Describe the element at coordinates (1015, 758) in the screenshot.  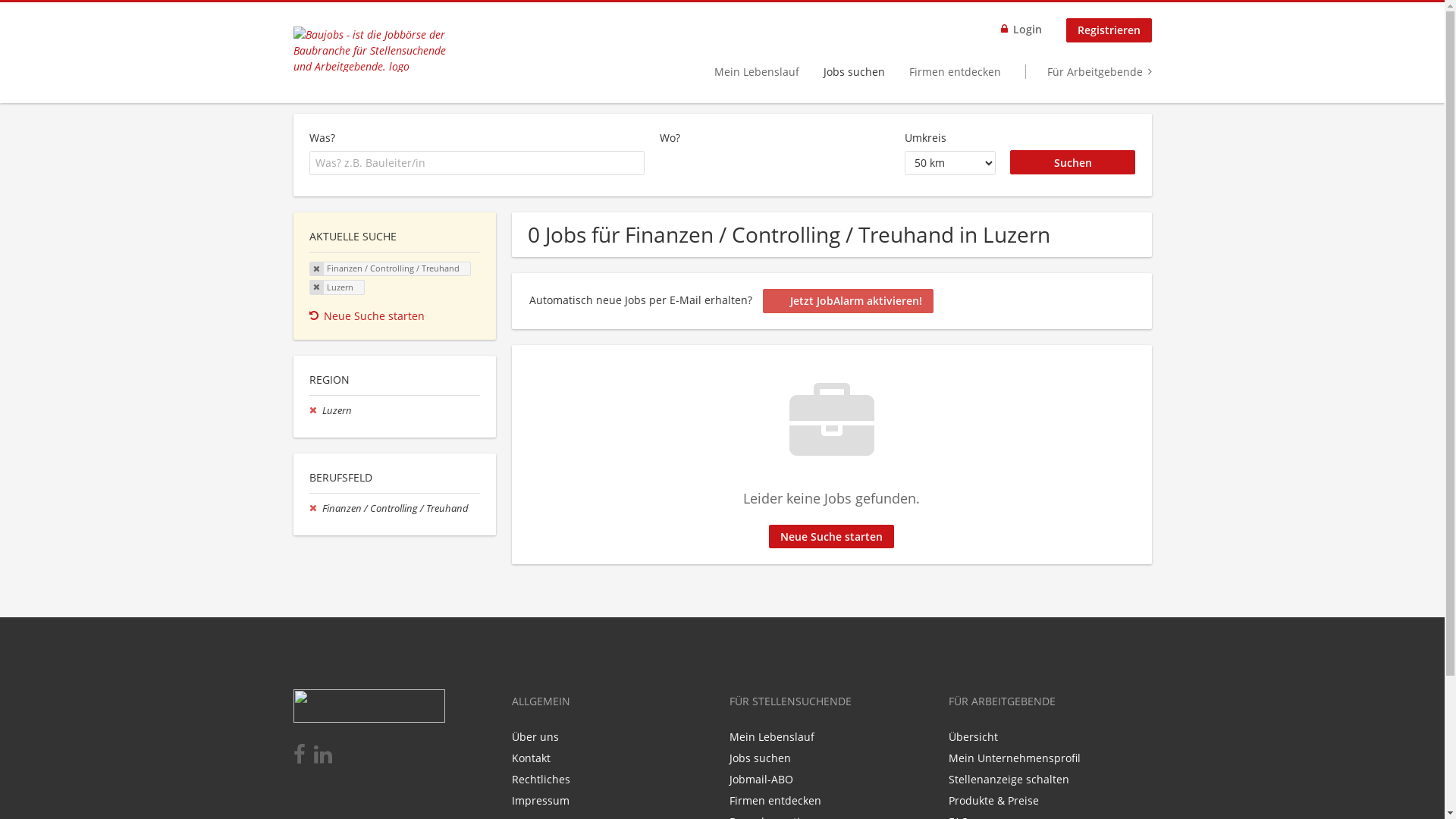
I see `'Mein Unternehmensprofil'` at that location.